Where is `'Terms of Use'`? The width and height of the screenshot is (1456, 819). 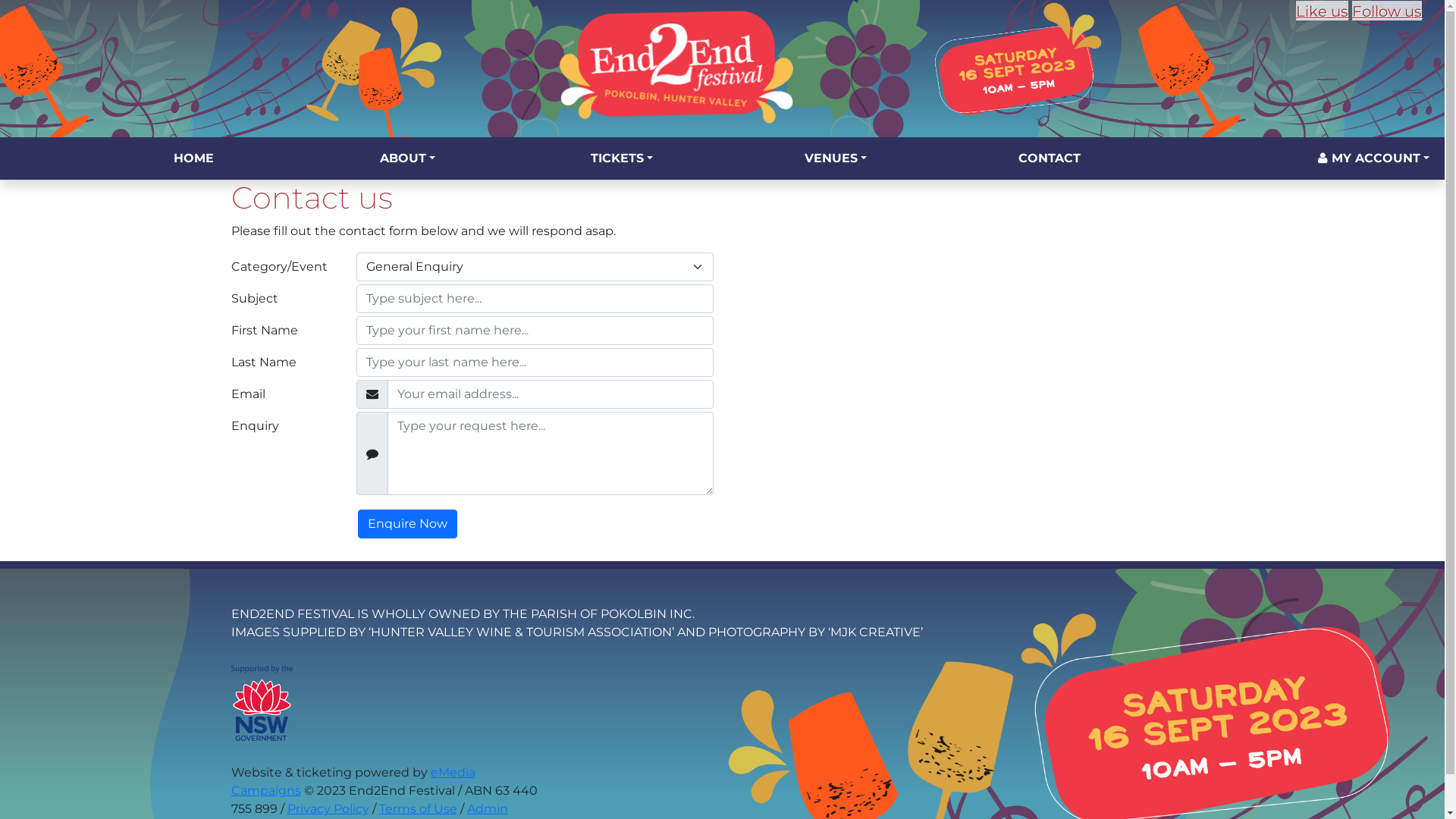 'Terms of Use' is located at coordinates (418, 808).